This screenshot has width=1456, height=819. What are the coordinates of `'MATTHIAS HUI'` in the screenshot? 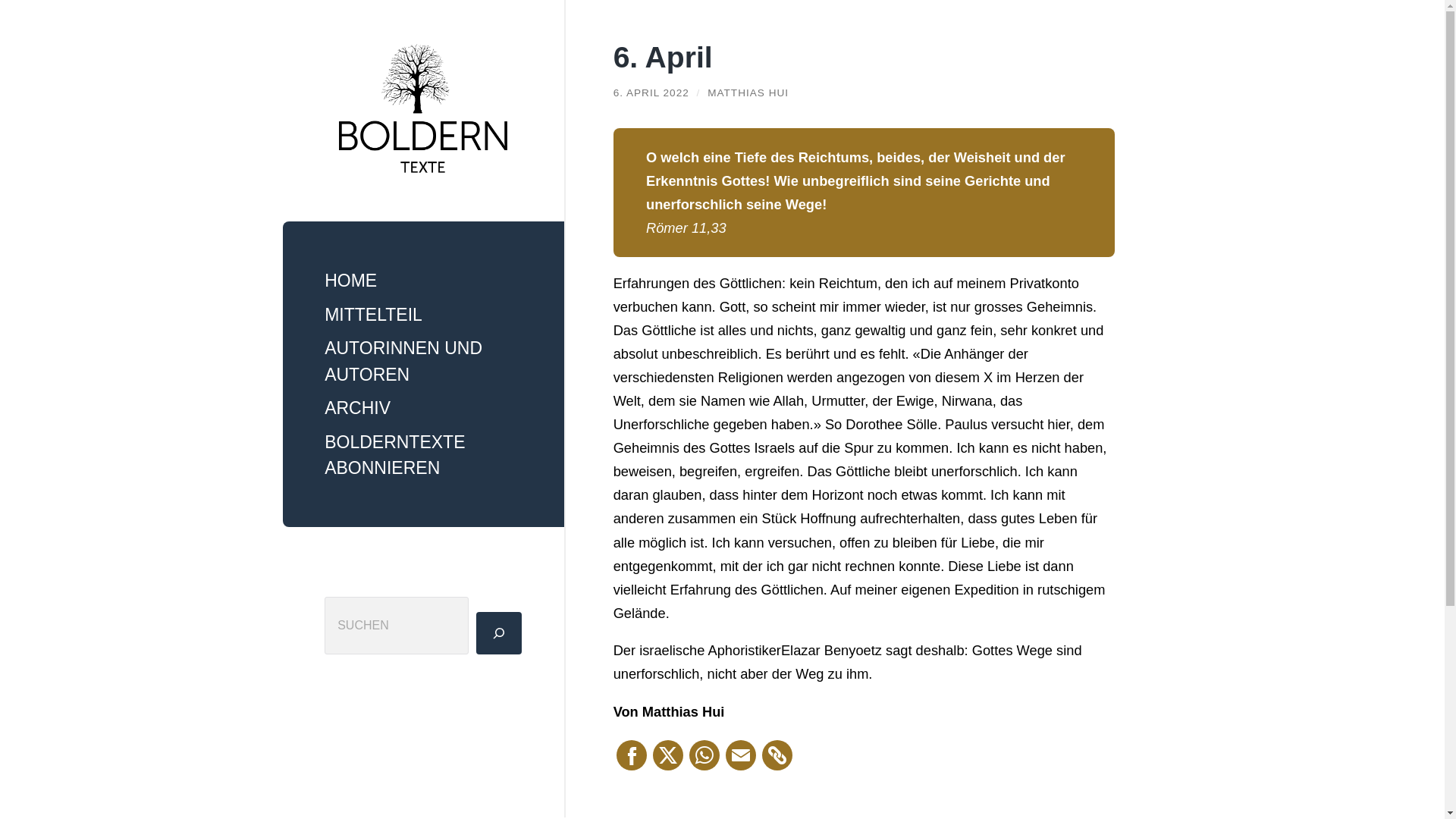 It's located at (748, 93).